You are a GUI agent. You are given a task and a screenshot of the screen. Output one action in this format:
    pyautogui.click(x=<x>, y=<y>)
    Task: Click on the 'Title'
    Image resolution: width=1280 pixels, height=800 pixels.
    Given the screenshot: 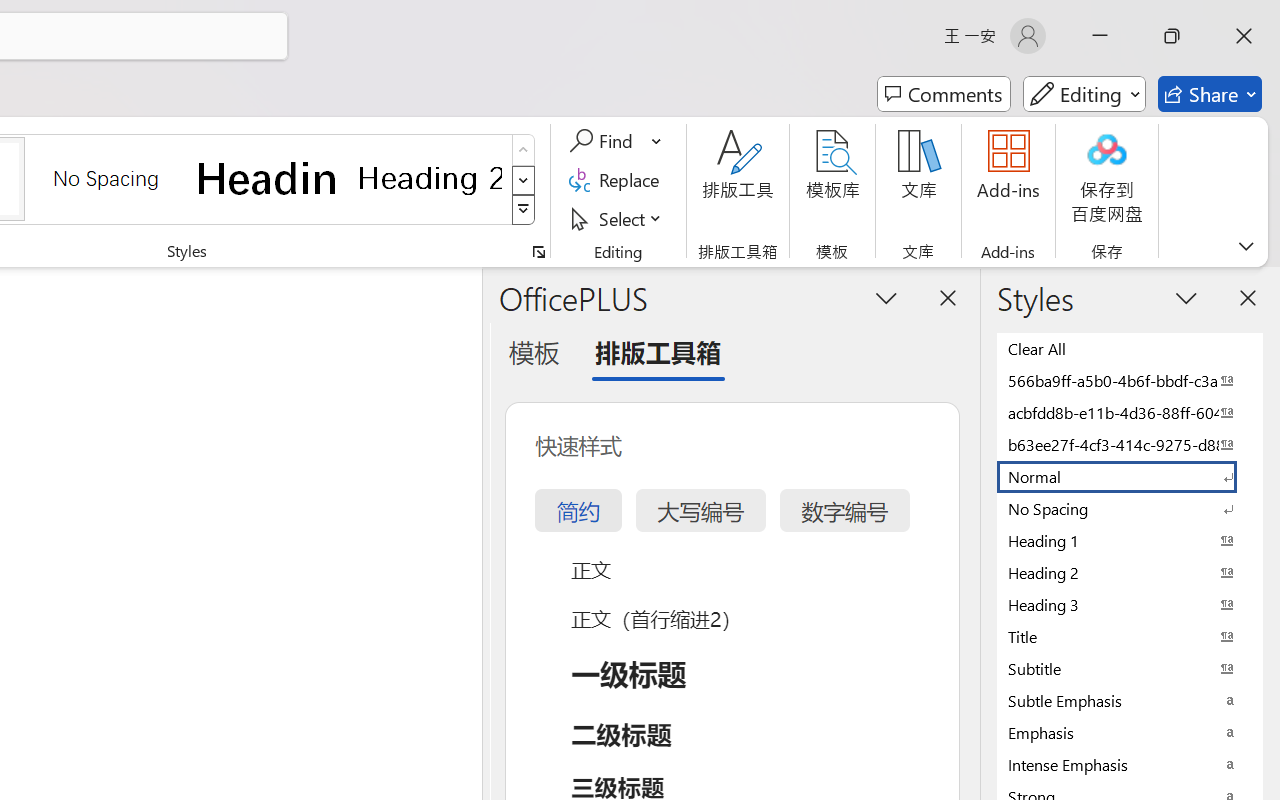 What is the action you would take?
    pyautogui.click(x=1130, y=635)
    